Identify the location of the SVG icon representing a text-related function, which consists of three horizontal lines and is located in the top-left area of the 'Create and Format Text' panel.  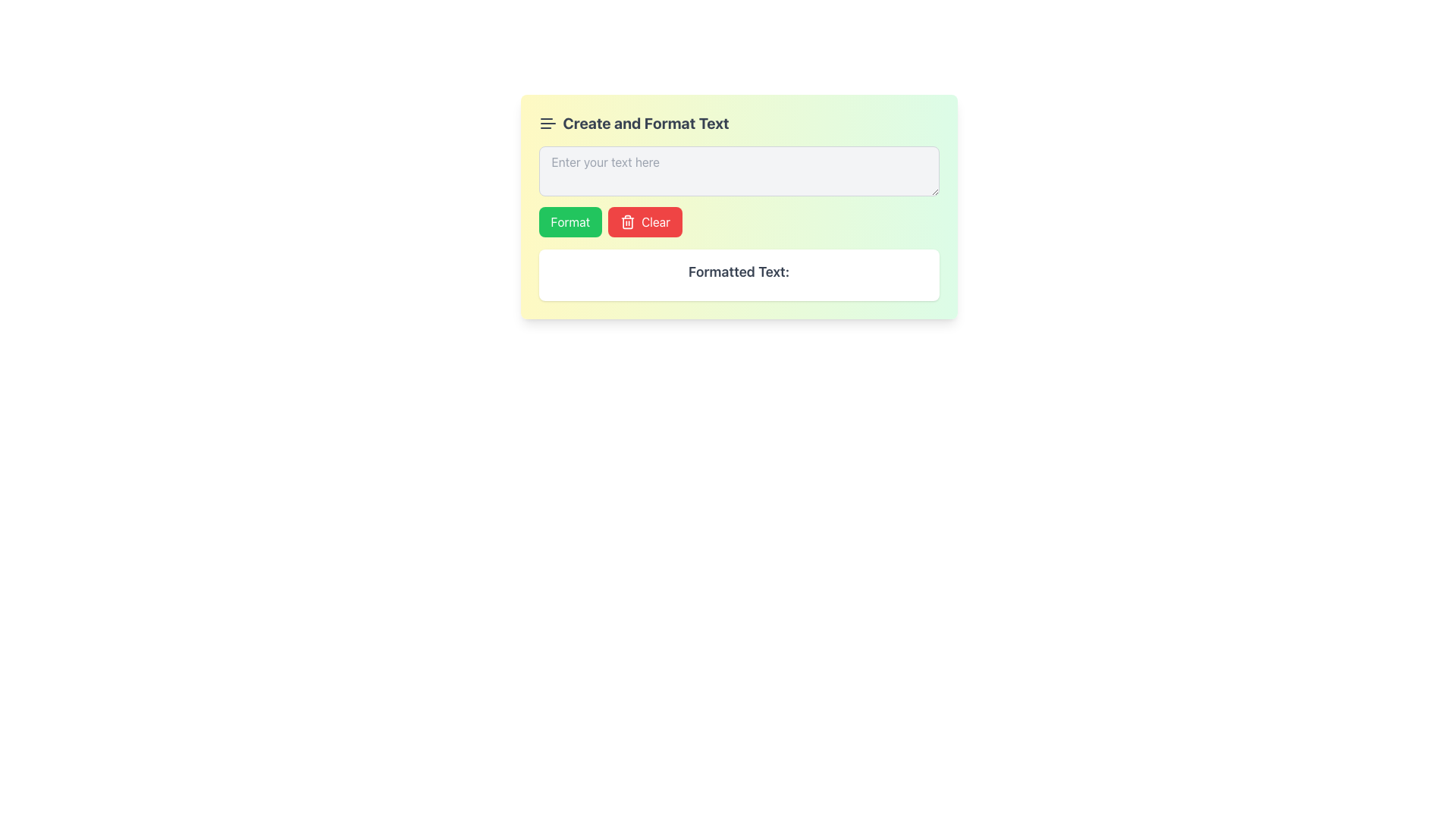
(547, 122).